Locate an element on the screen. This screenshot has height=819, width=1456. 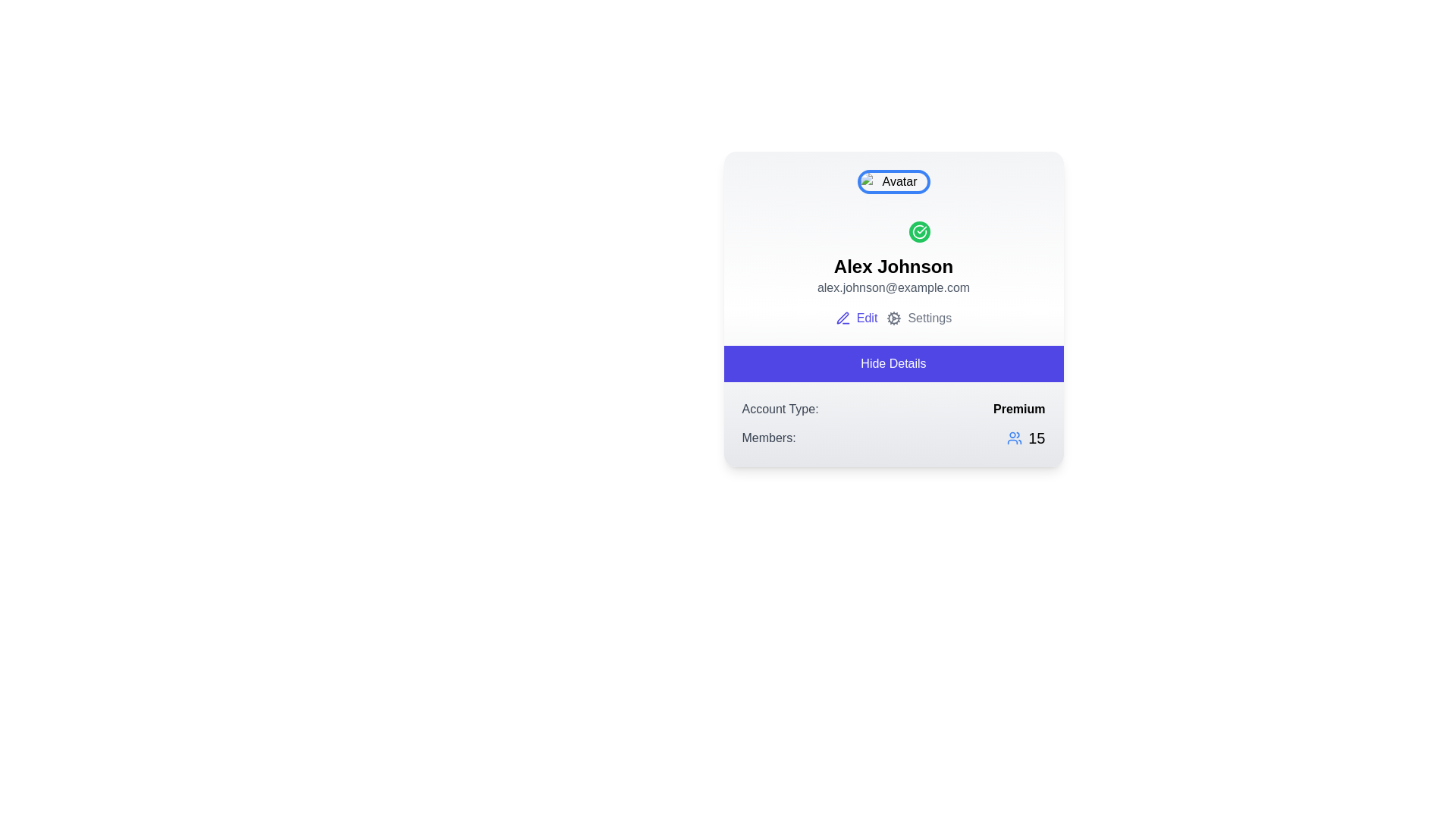
the blue rectangular button labeled 'Hide Details' is located at coordinates (893, 363).